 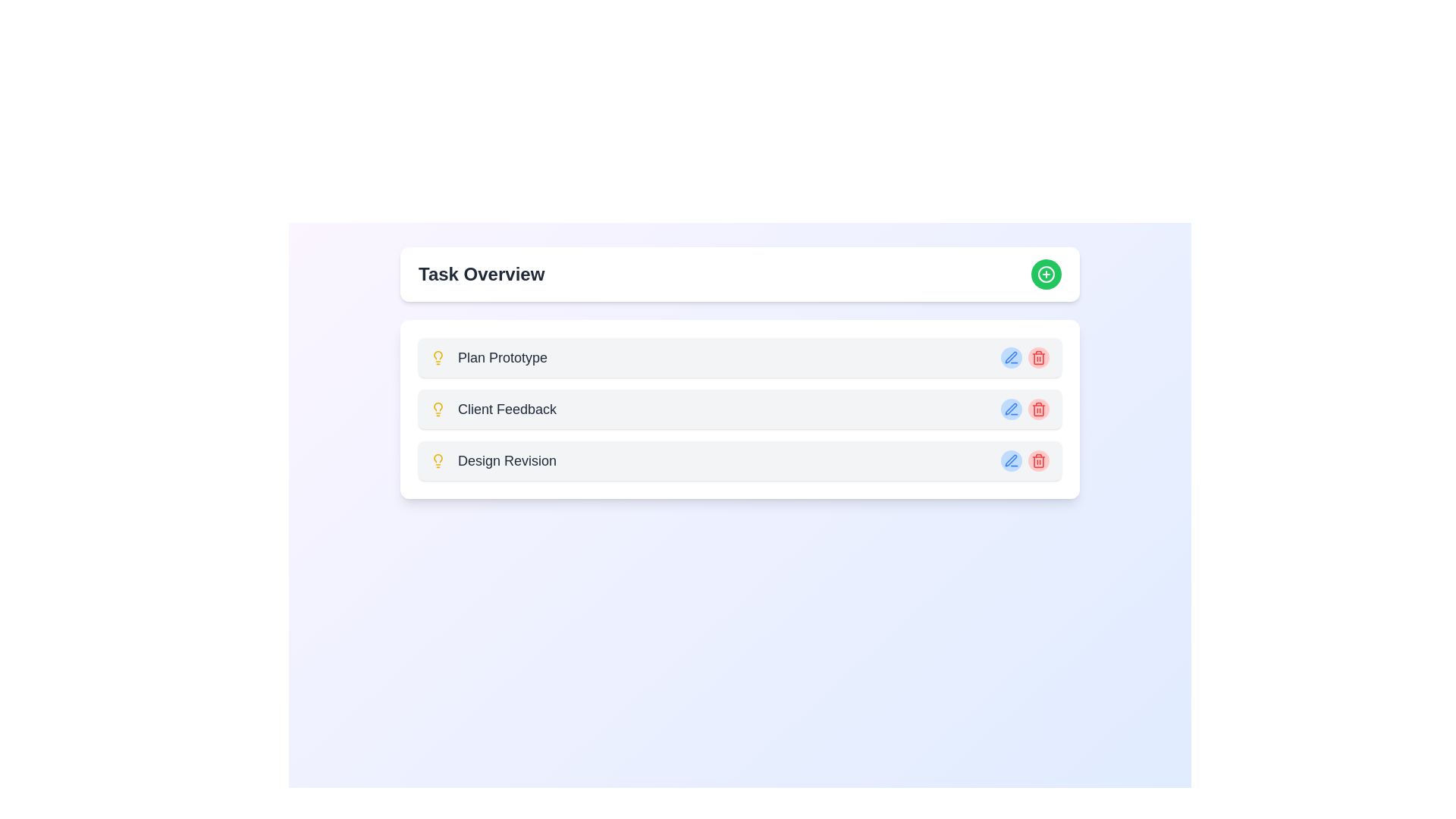 I want to click on the trash can icon, which is a red delete button located at the far right of a task overview list, to initiate the delete function, so click(x=1037, y=461).